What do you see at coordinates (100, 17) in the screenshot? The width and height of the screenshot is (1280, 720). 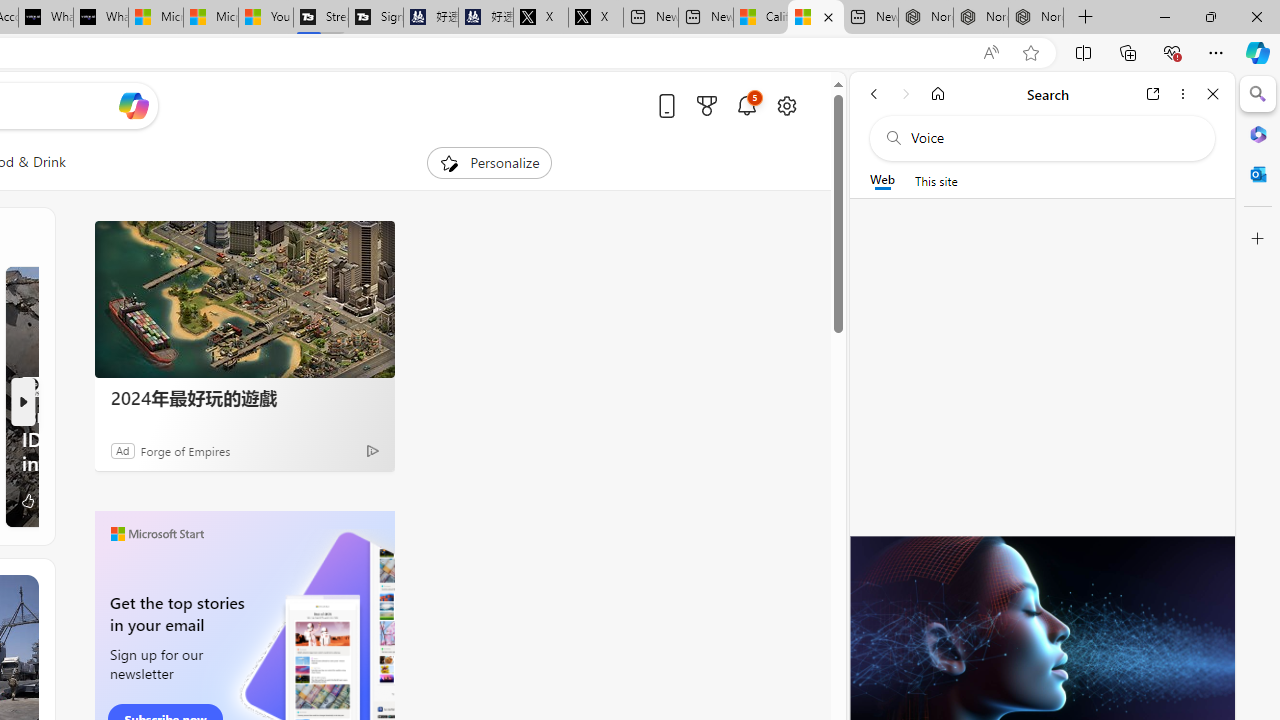 I see `'What'` at bounding box center [100, 17].